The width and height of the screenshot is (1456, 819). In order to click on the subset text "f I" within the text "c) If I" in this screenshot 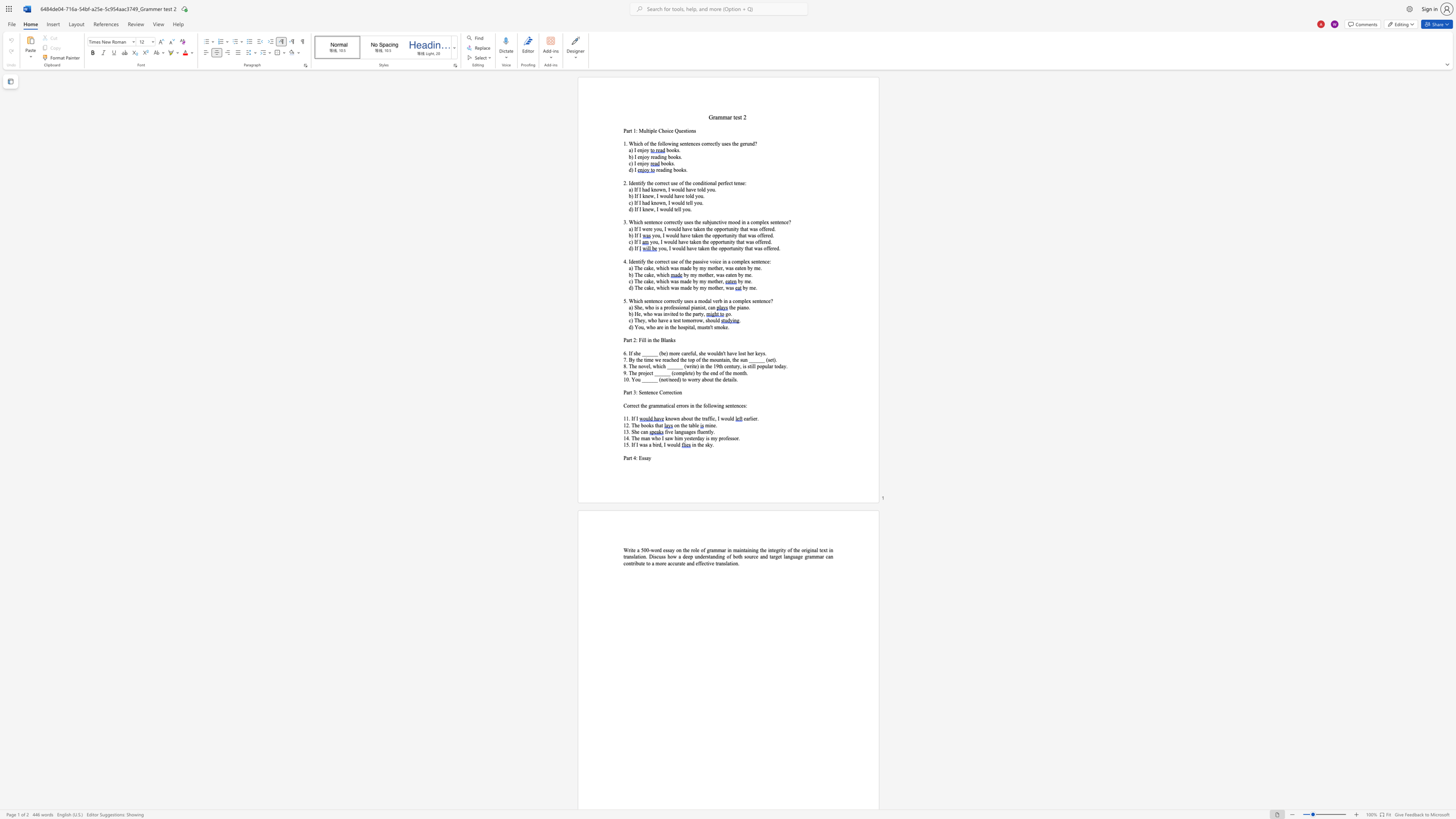, I will do `click(635, 241)`.